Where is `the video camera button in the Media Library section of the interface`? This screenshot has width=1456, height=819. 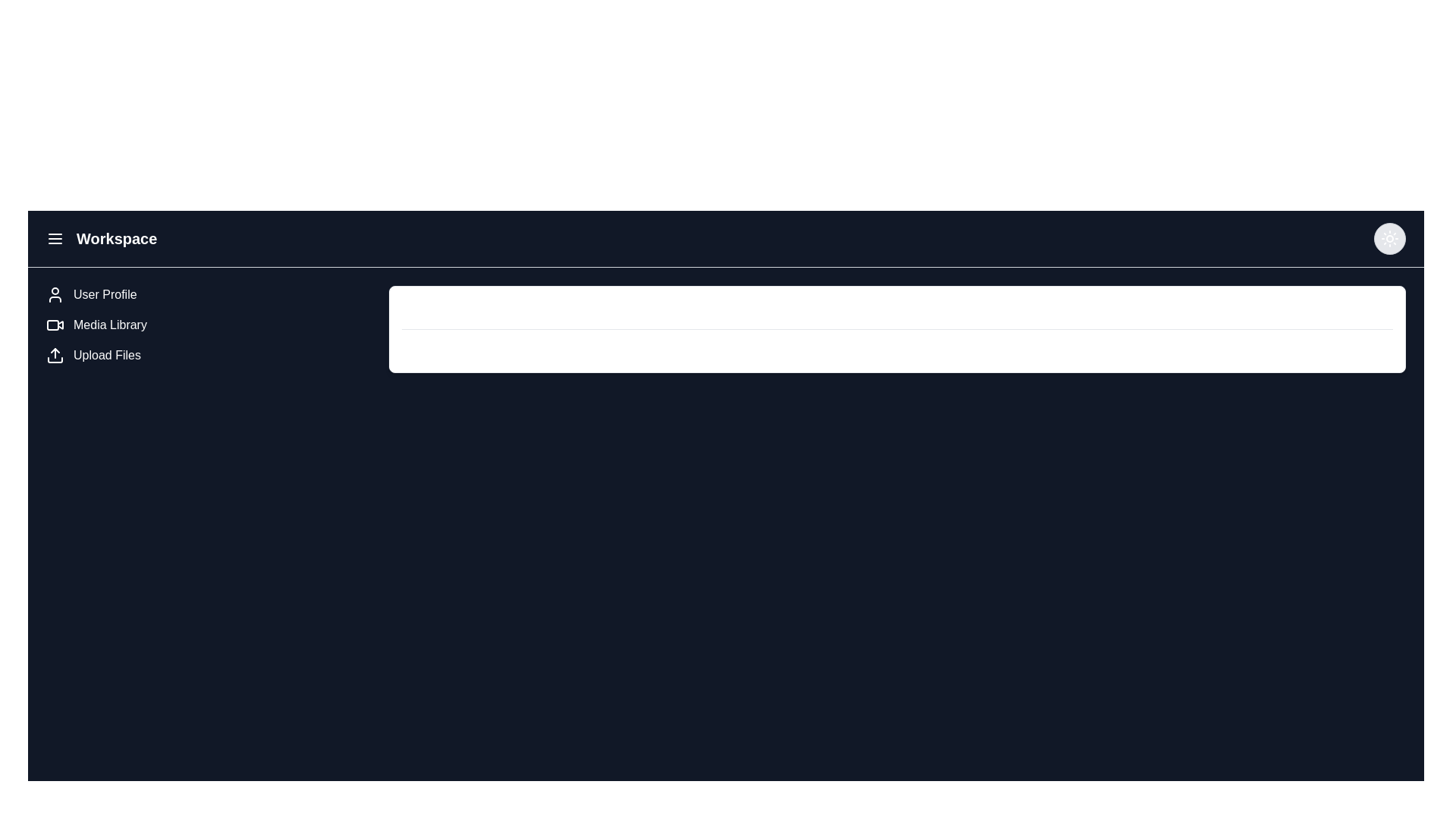
the video camera button in the Media Library section of the interface is located at coordinates (53, 324).